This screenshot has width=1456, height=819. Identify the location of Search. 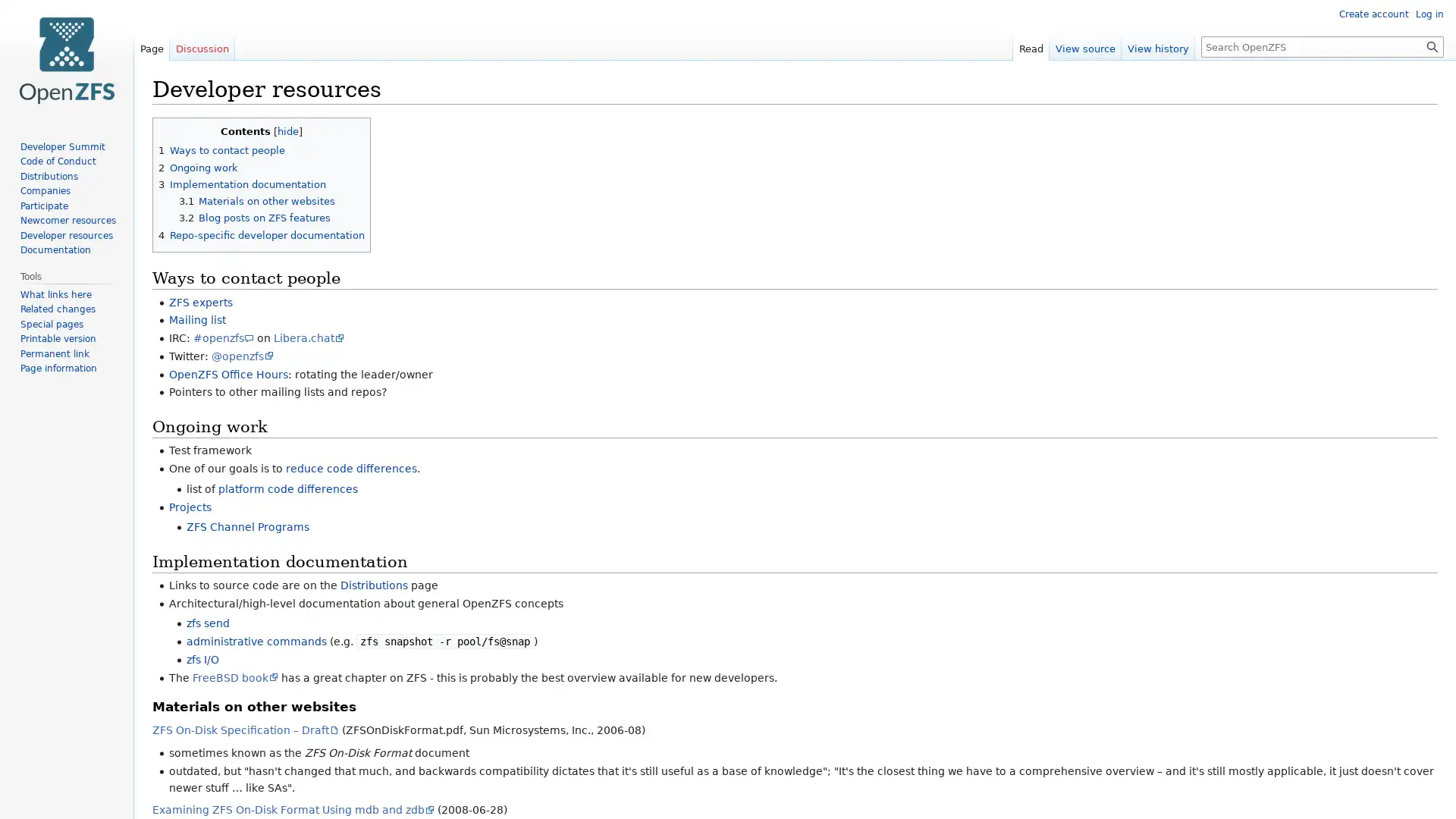
(1432, 45).